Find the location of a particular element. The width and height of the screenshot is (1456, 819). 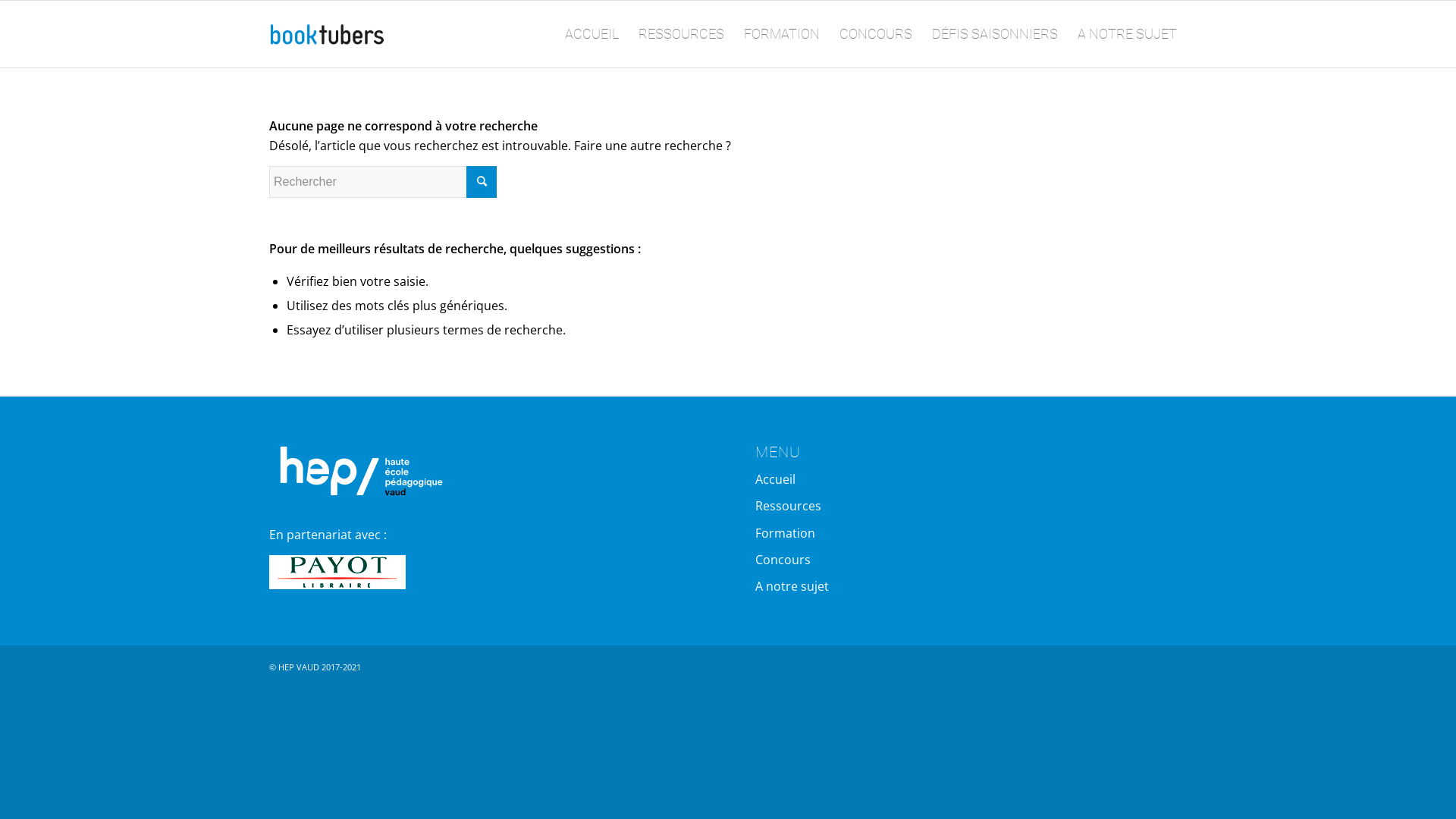

'booktubers_logo_couleur' is located at coordinates (327, 34).